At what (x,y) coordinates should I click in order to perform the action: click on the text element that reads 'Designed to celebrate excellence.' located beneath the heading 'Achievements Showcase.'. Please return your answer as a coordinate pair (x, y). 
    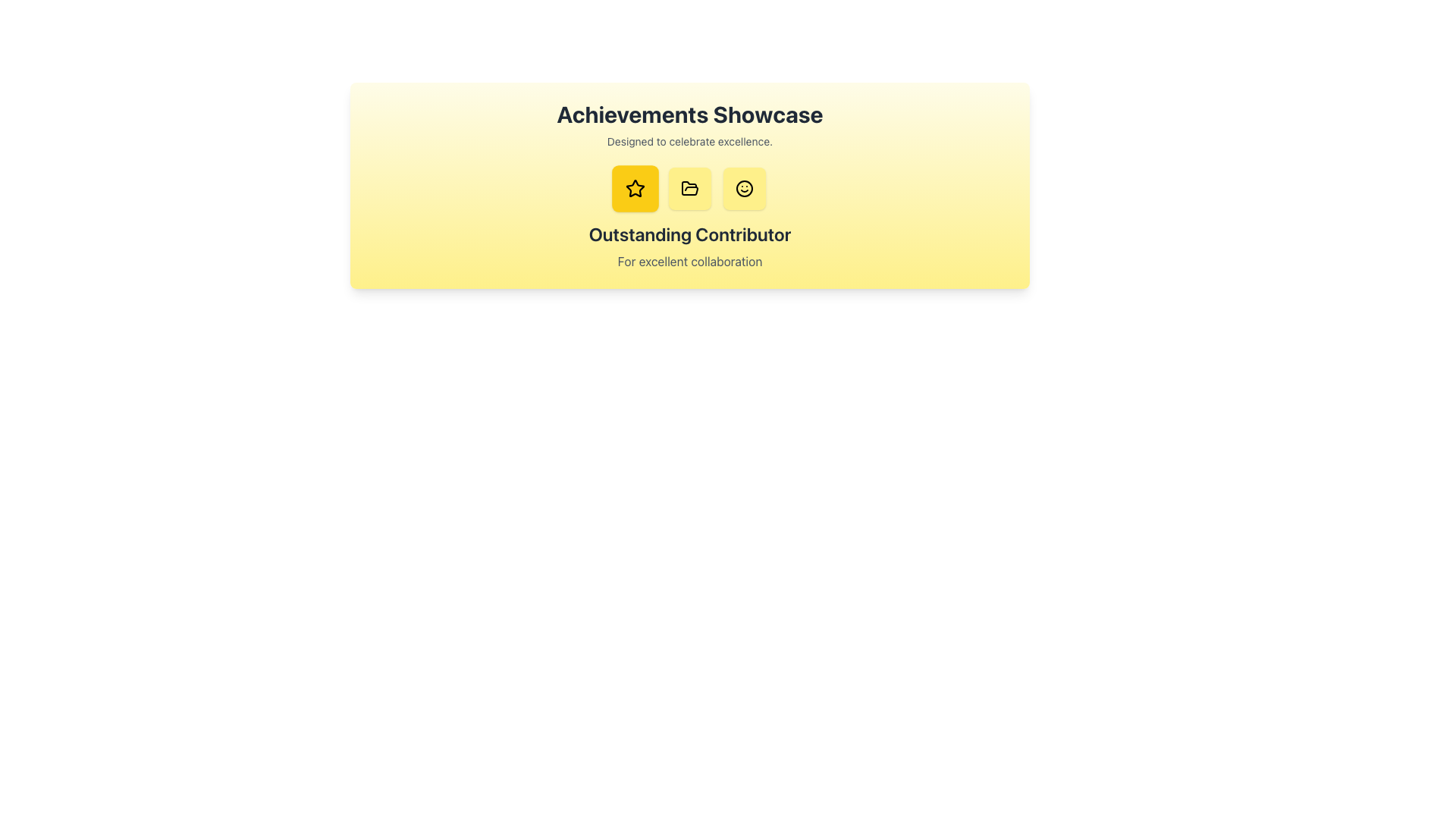
    Looking at the image, I should click on (689, 141).